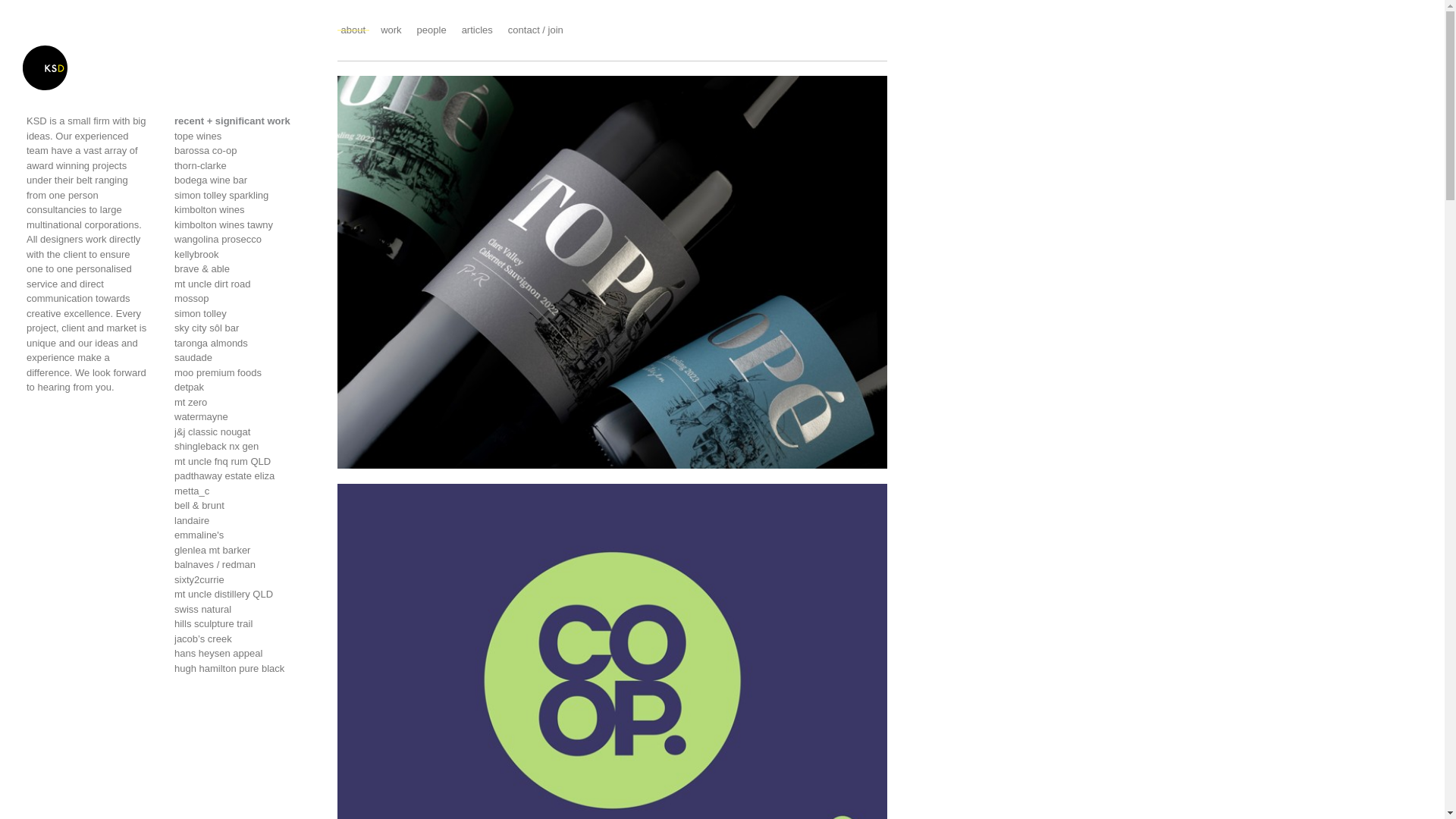 The image size is (1456, 819). What do you see at coordinates (243, 284) in the screenshot?
I see `'mt uncle dirt road'` at bounding box center [243, 284].